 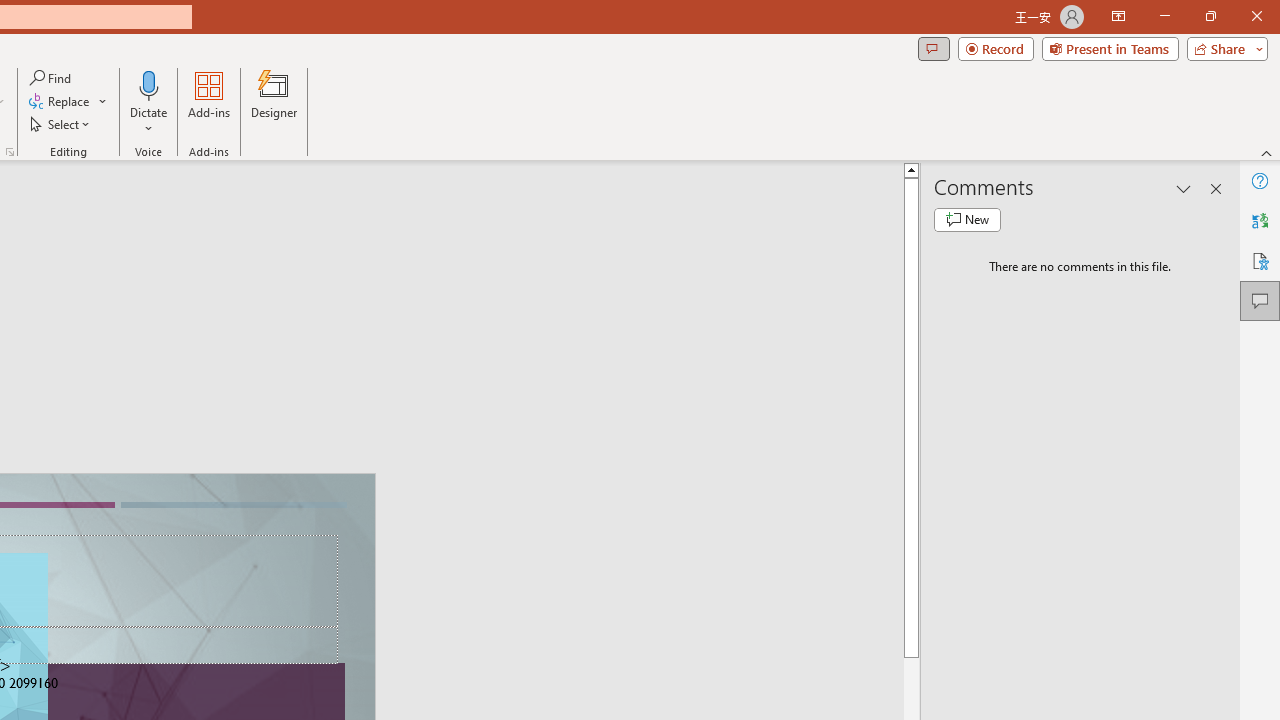 What do you see at coordinates (69, 101) in the screenshot?
I see `'Replace...'` at bounding box center [69, 101].